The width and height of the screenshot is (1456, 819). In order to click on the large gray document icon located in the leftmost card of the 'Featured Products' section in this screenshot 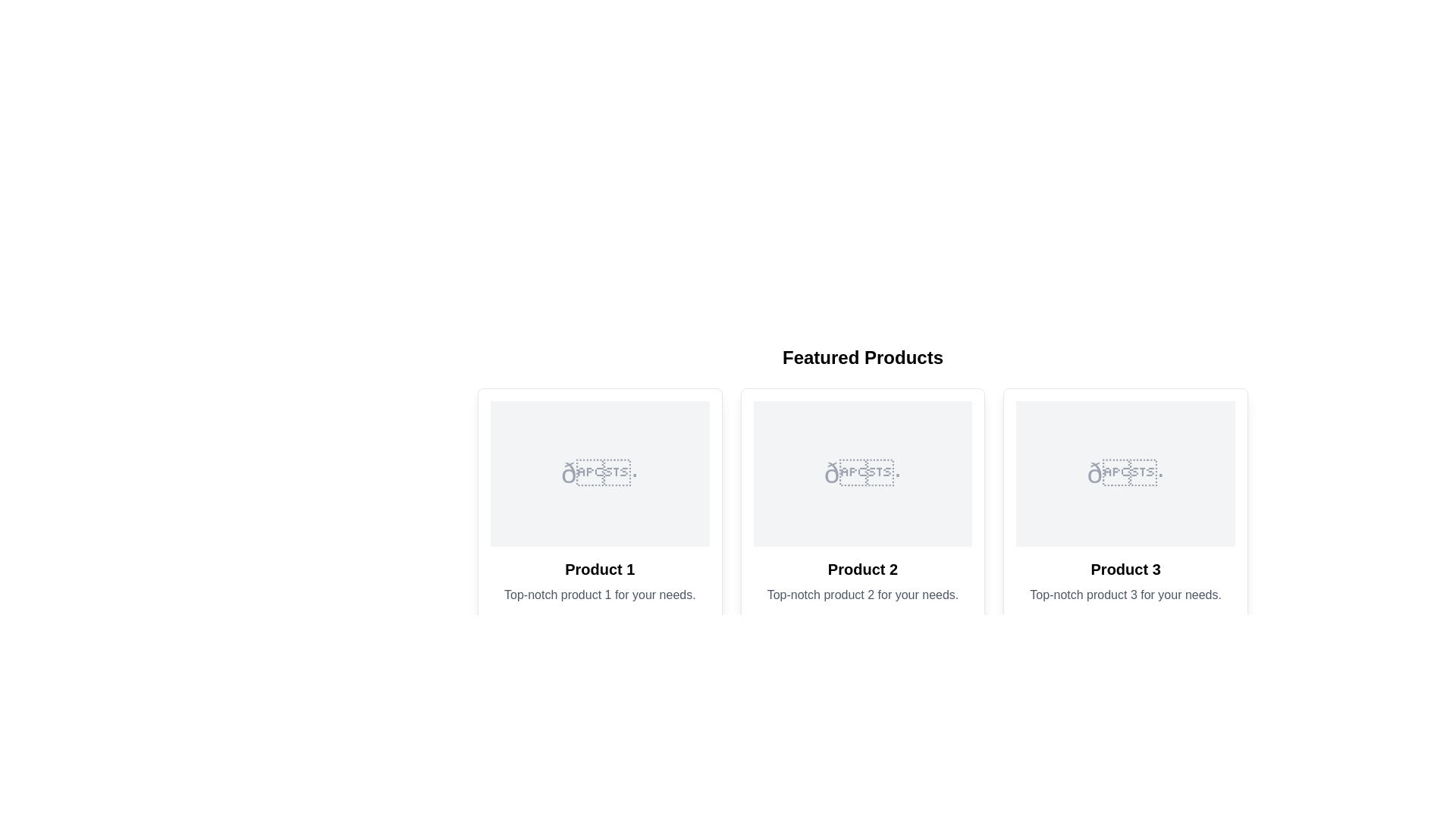, I will do `click(599, 472)`.